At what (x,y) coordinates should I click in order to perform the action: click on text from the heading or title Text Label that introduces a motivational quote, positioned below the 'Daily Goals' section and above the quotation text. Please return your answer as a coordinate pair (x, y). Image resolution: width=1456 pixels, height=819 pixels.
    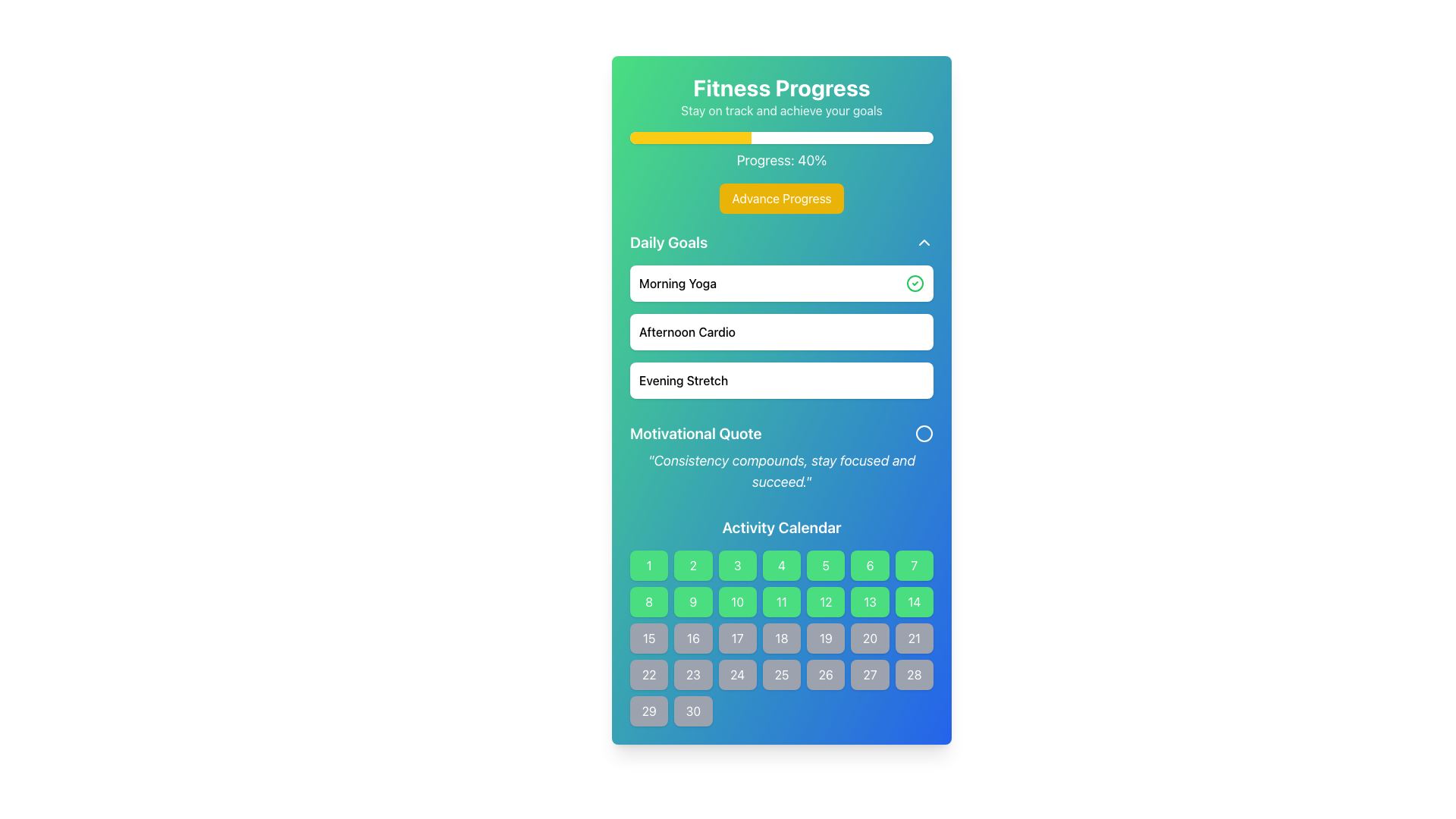
    Looking at the image, I should click on (695, 433).